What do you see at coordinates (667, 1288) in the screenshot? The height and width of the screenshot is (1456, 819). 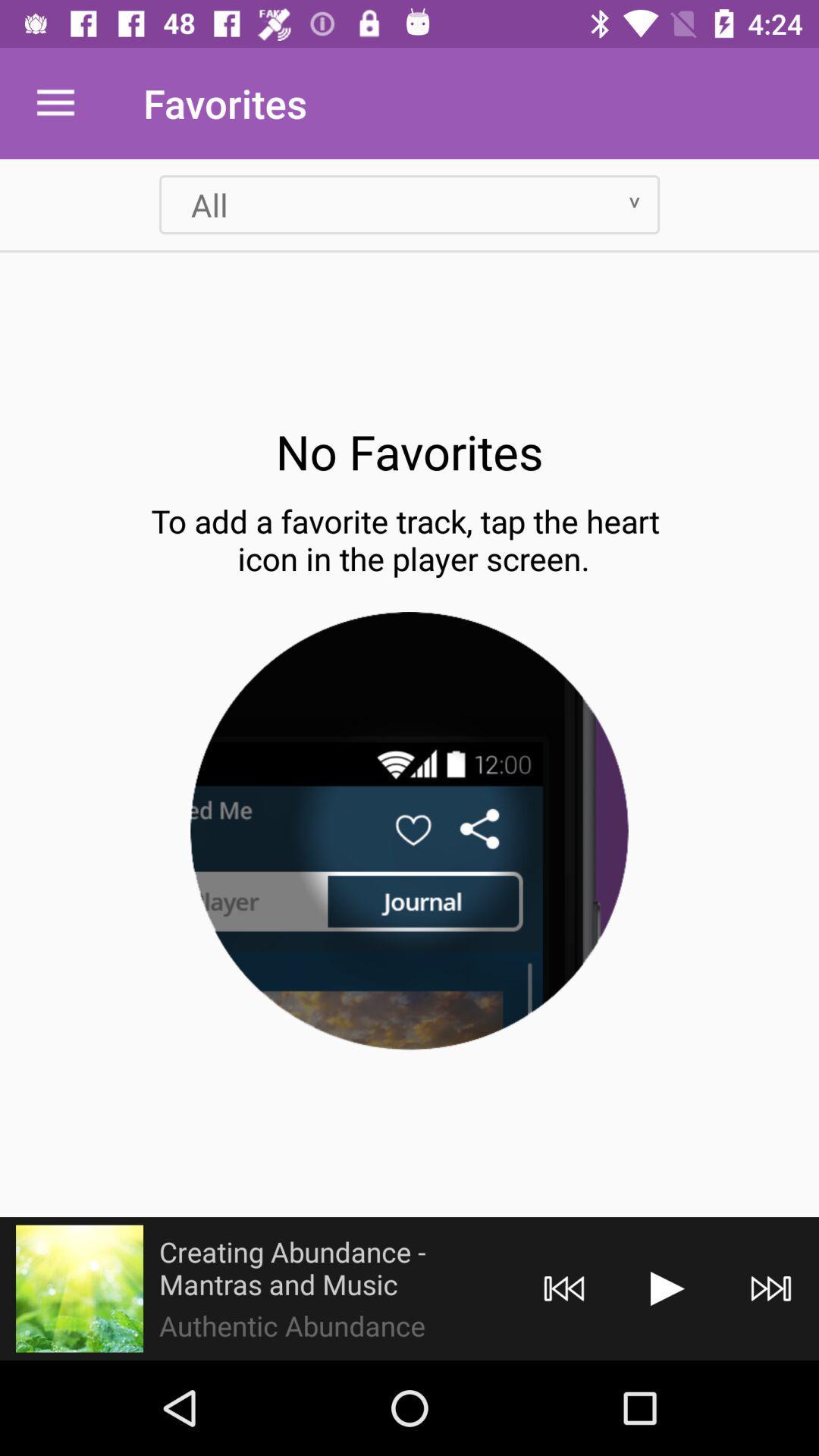 I see `go forward` at bounding box center [667, 1288].